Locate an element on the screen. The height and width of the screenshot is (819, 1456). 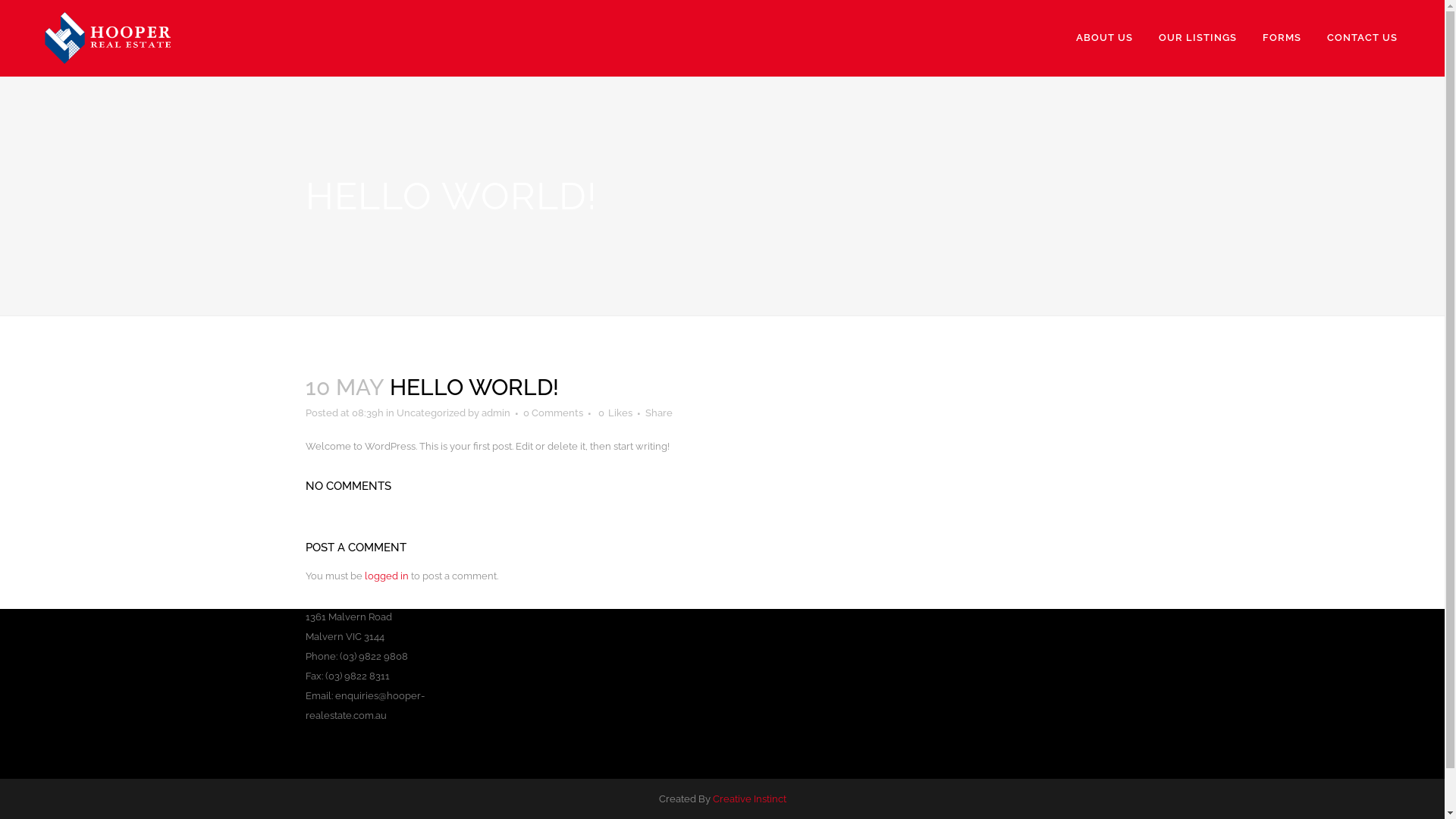
'OUR LISTINGS' is located at coordinates (1146, 37).